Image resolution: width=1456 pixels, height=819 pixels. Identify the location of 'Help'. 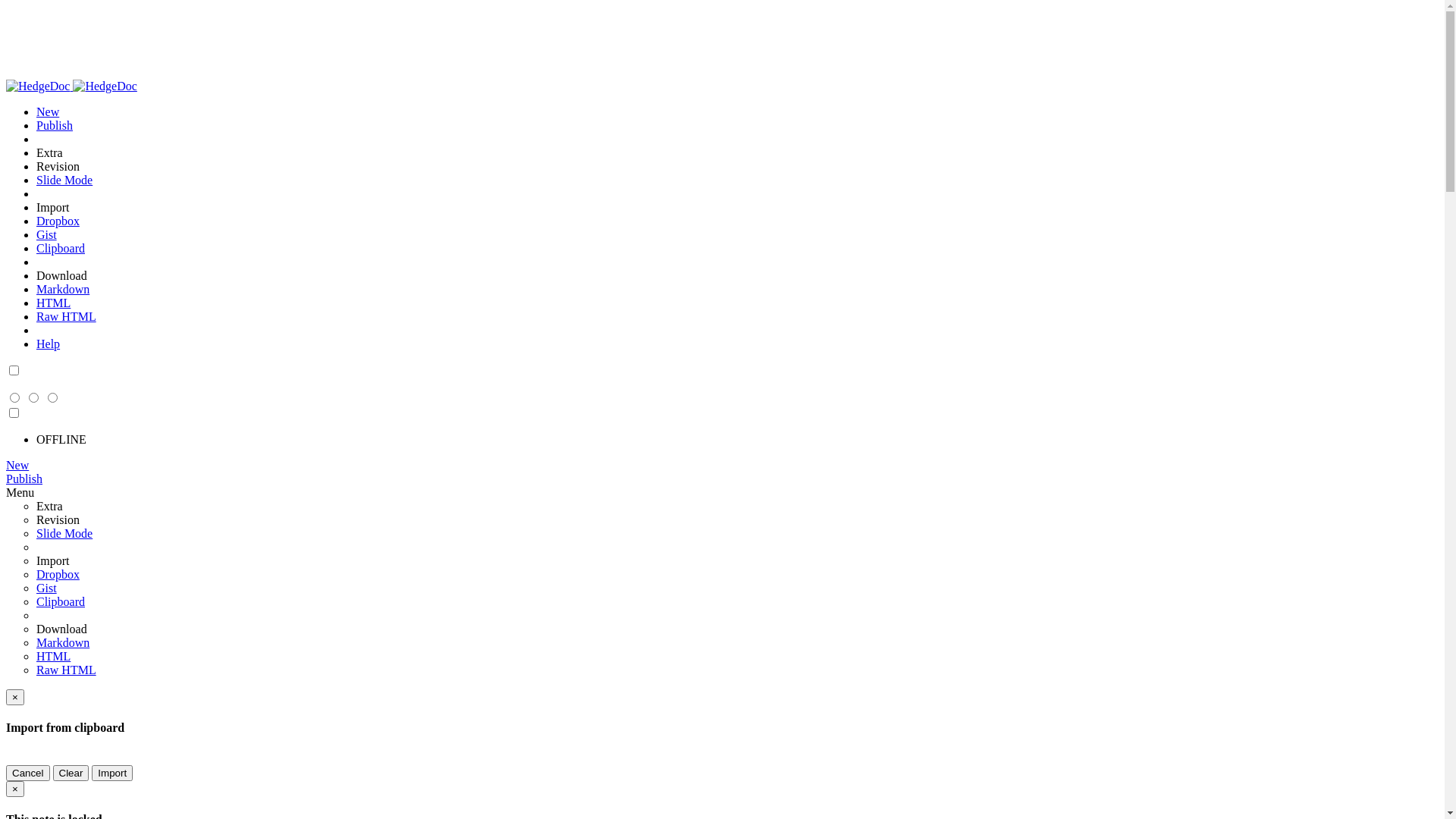
(36, 344).